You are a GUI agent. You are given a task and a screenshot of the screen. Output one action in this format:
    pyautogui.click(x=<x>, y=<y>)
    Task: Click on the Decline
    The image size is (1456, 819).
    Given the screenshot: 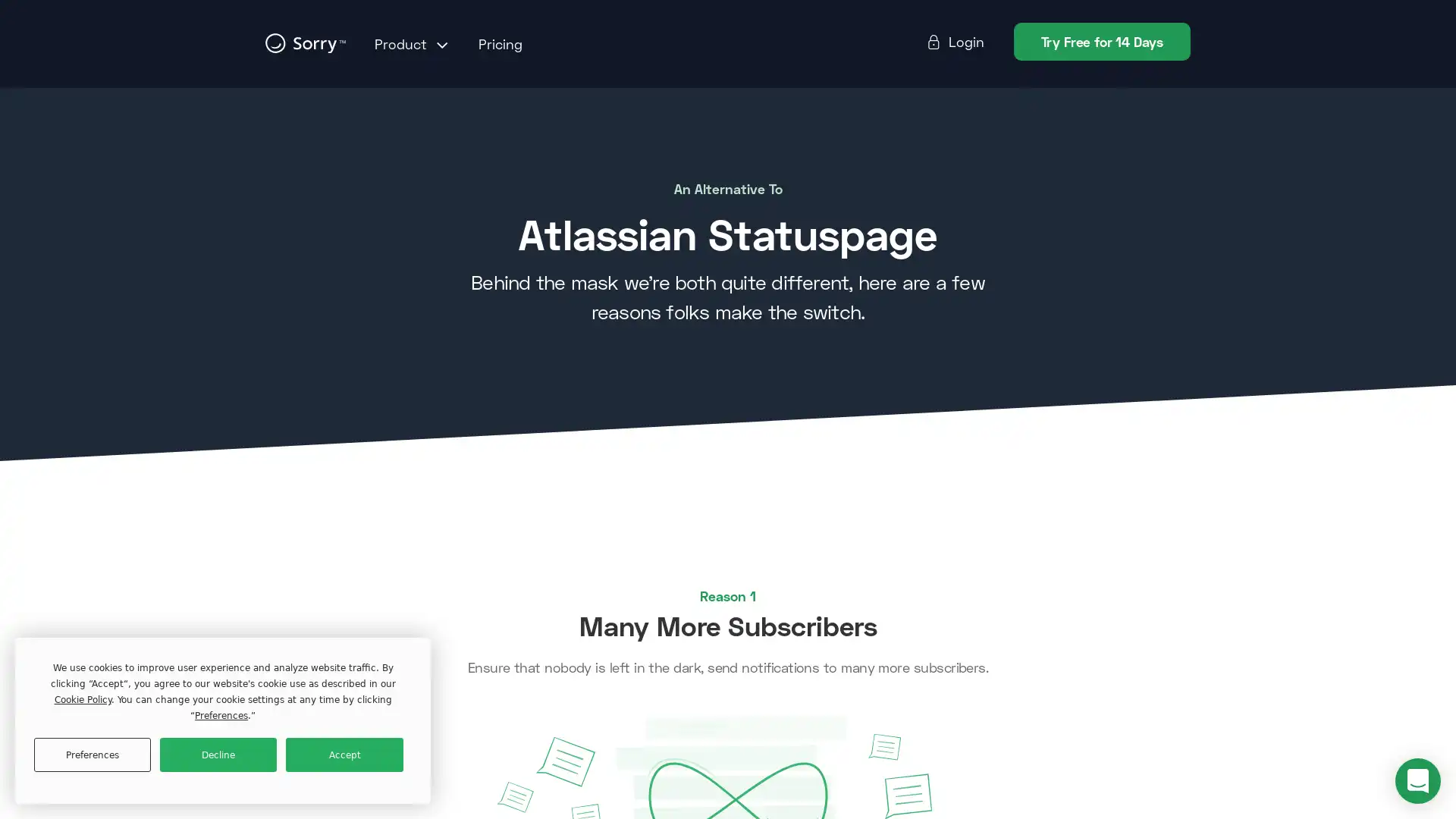 What is the action you would take?
    pyautogui.click(x=218, y=755)
    